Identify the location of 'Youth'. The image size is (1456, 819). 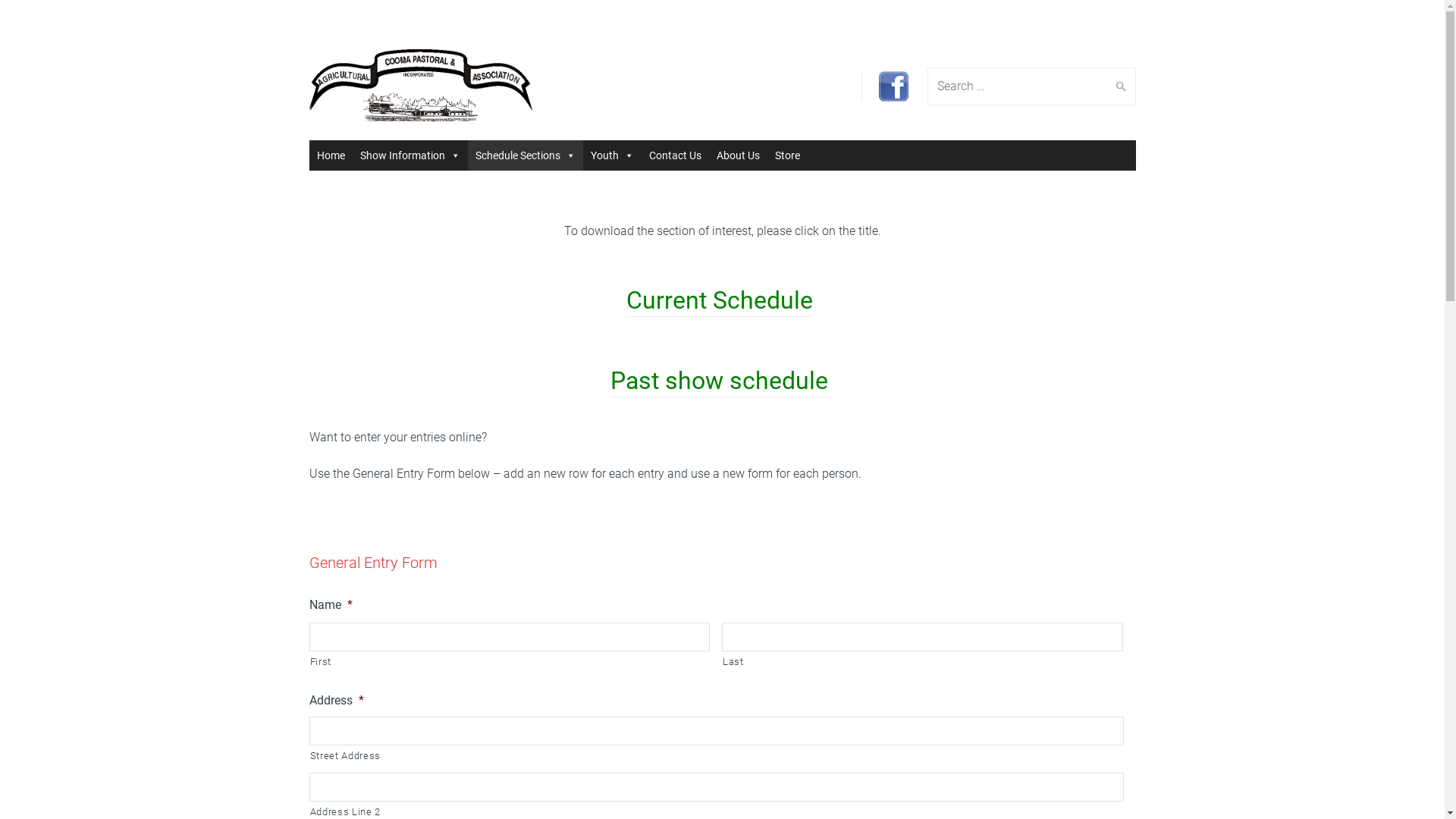
(611, 155).